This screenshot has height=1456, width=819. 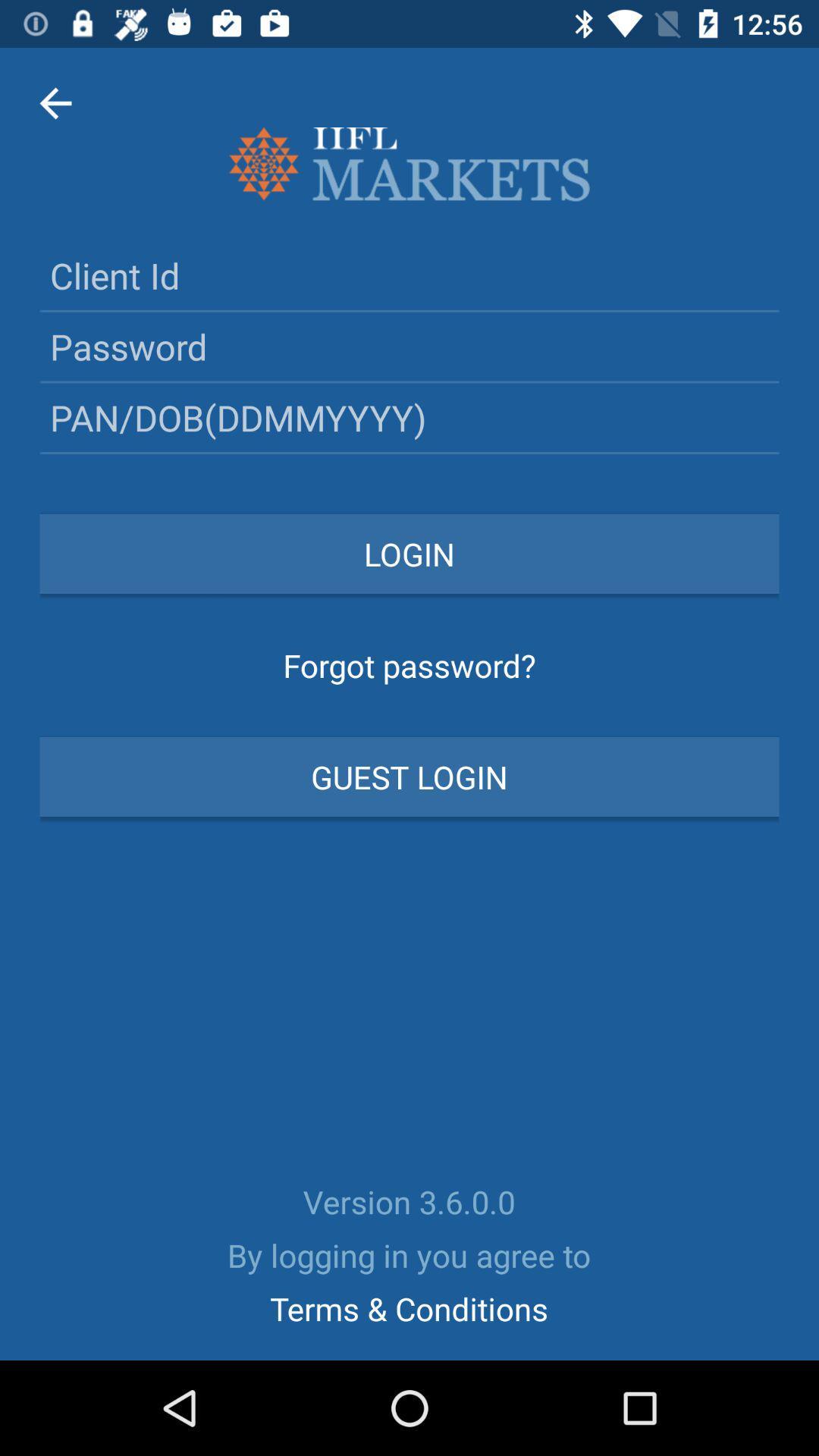 I want to click on the client id text field, so click(x=409, y=275).